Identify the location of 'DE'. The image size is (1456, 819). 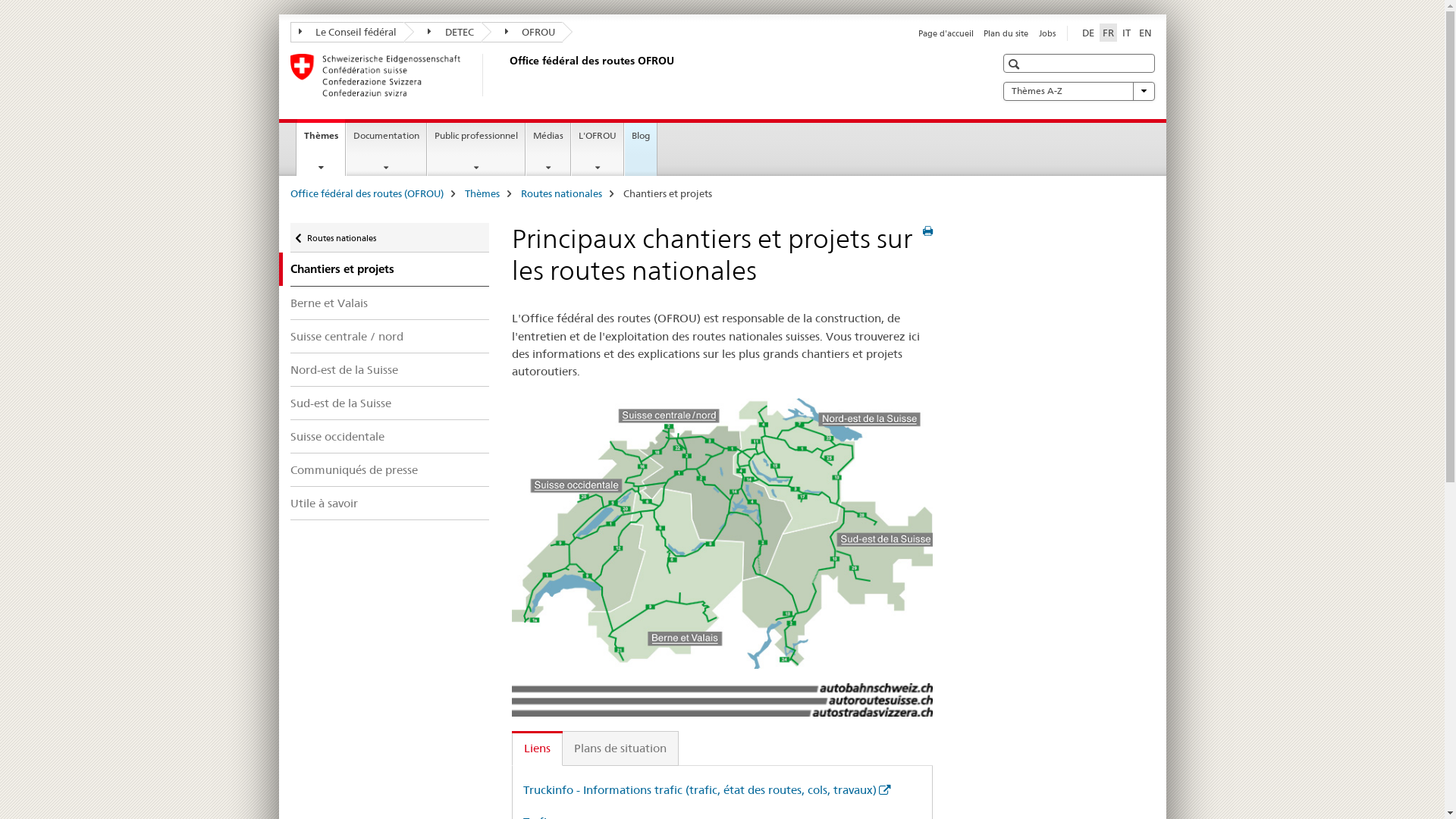
(1087, 32).